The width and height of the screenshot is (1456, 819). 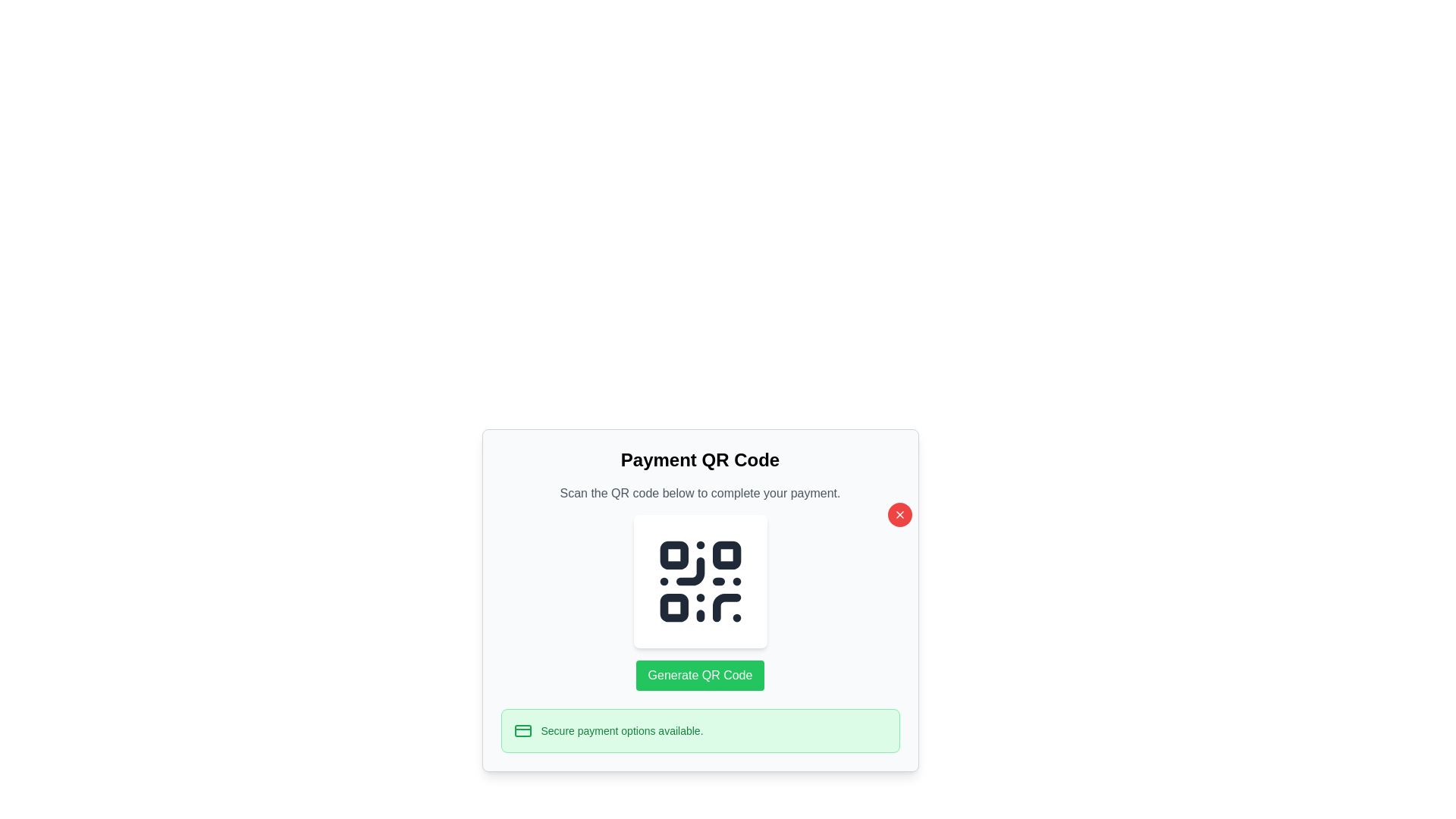 What do you see at coordinates (899, 513) in the screenshot?
I see `the close button, which is a circular red icon located at the top-right corner outside the payment interface` at bounding box center [899, 513].